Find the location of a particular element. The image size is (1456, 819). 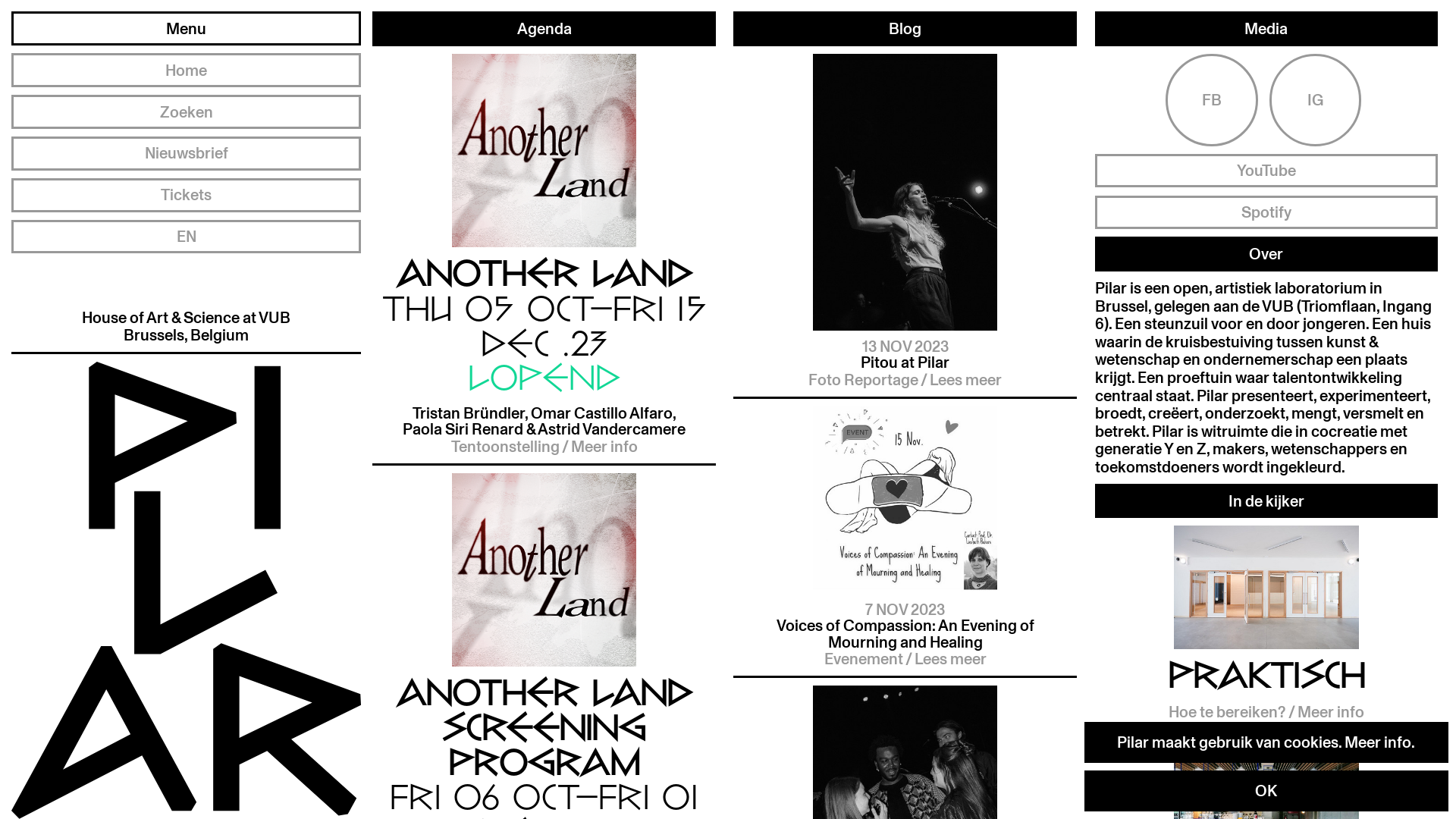

'FB' is located at coordinates (1211, 99).